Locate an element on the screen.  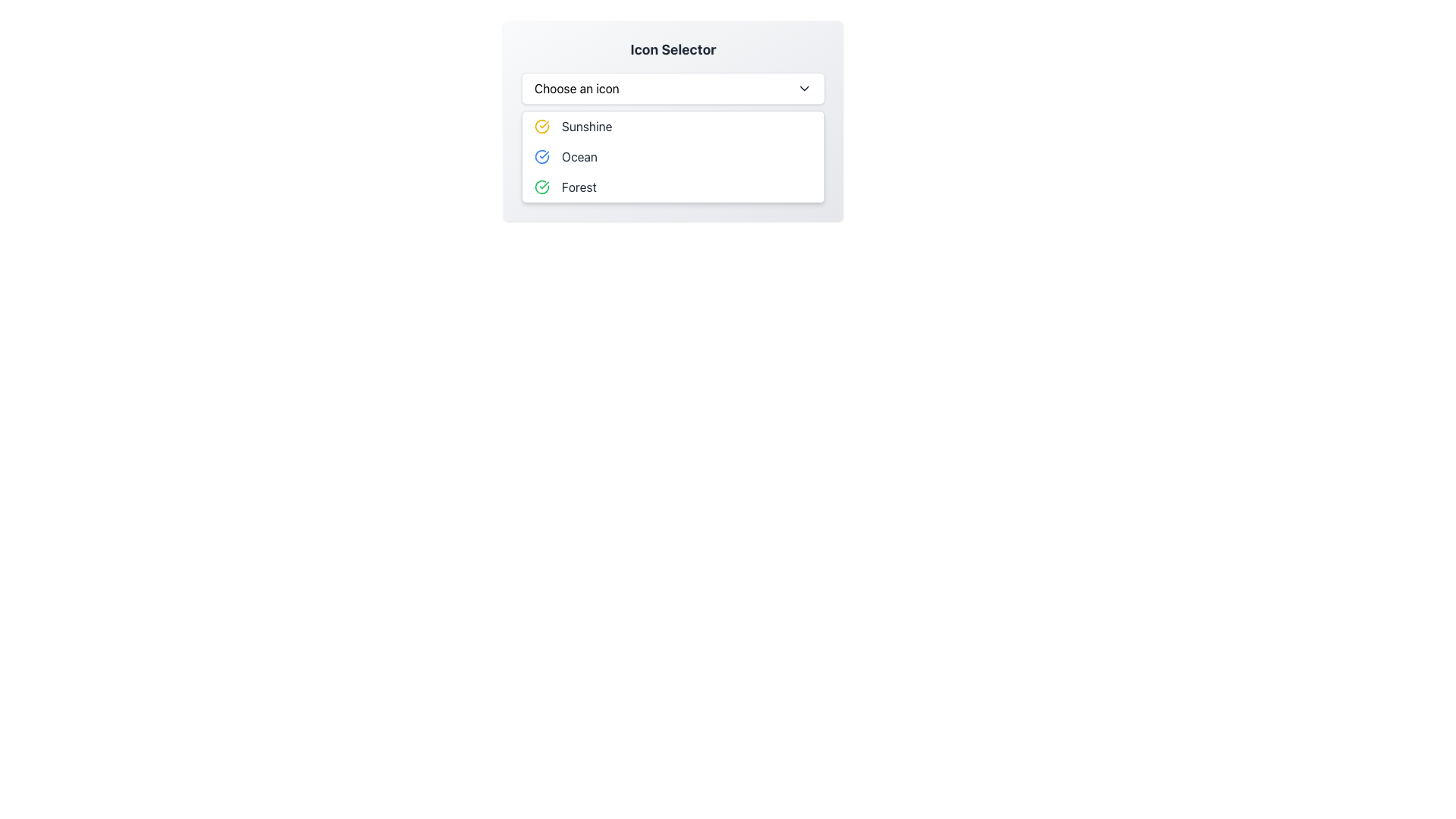
the circular blue outlined icon with a checkmark inside, which represents the selected state for the 'Ocean' option under 'Choose an icon' is located at coordinates (542, 157).